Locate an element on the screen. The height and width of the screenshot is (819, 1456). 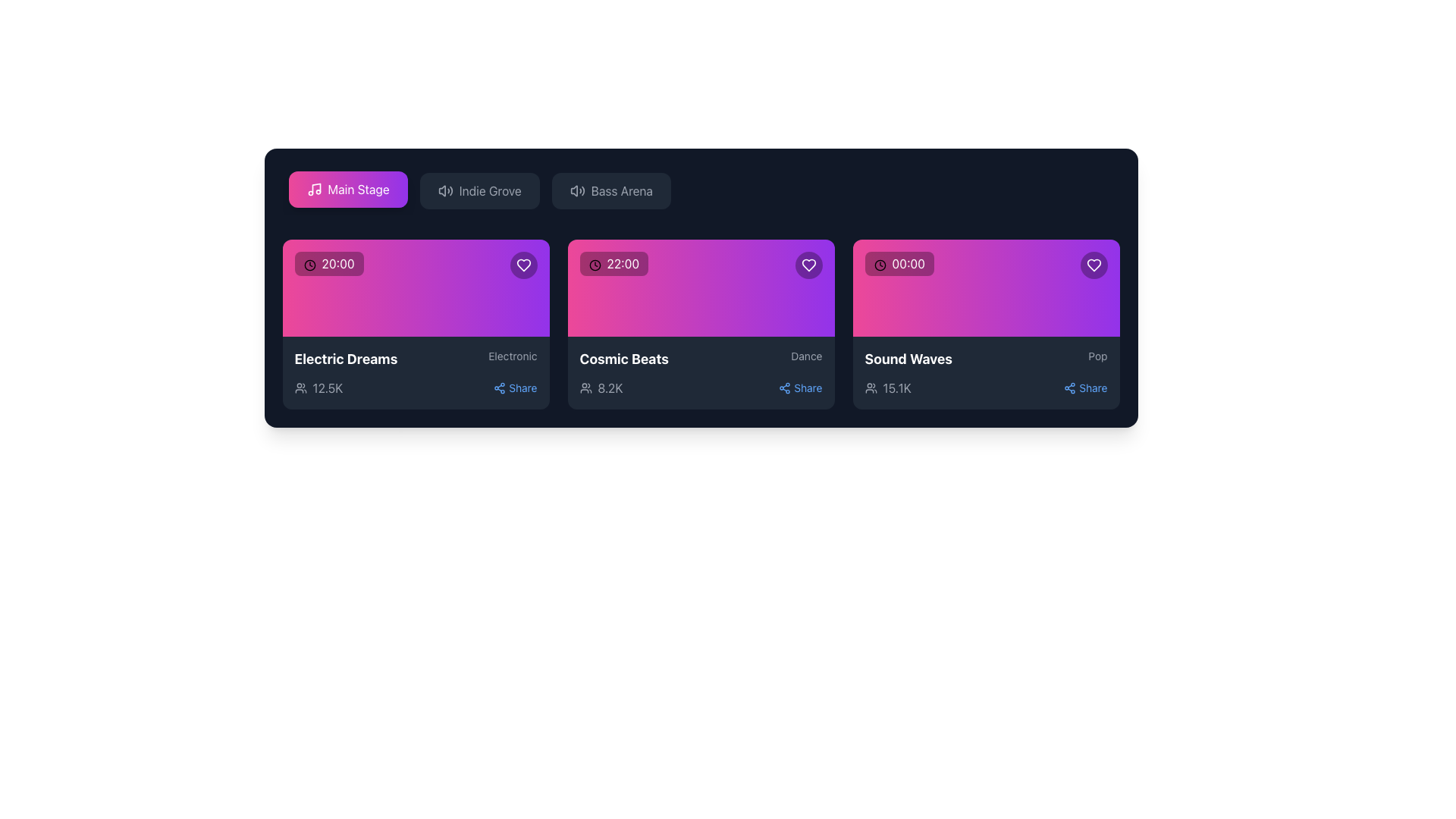
the 'Indie Grove' button, which is a horizontally aligned button with a dark gray background and rounded corners is located at coordinates (479, 190).